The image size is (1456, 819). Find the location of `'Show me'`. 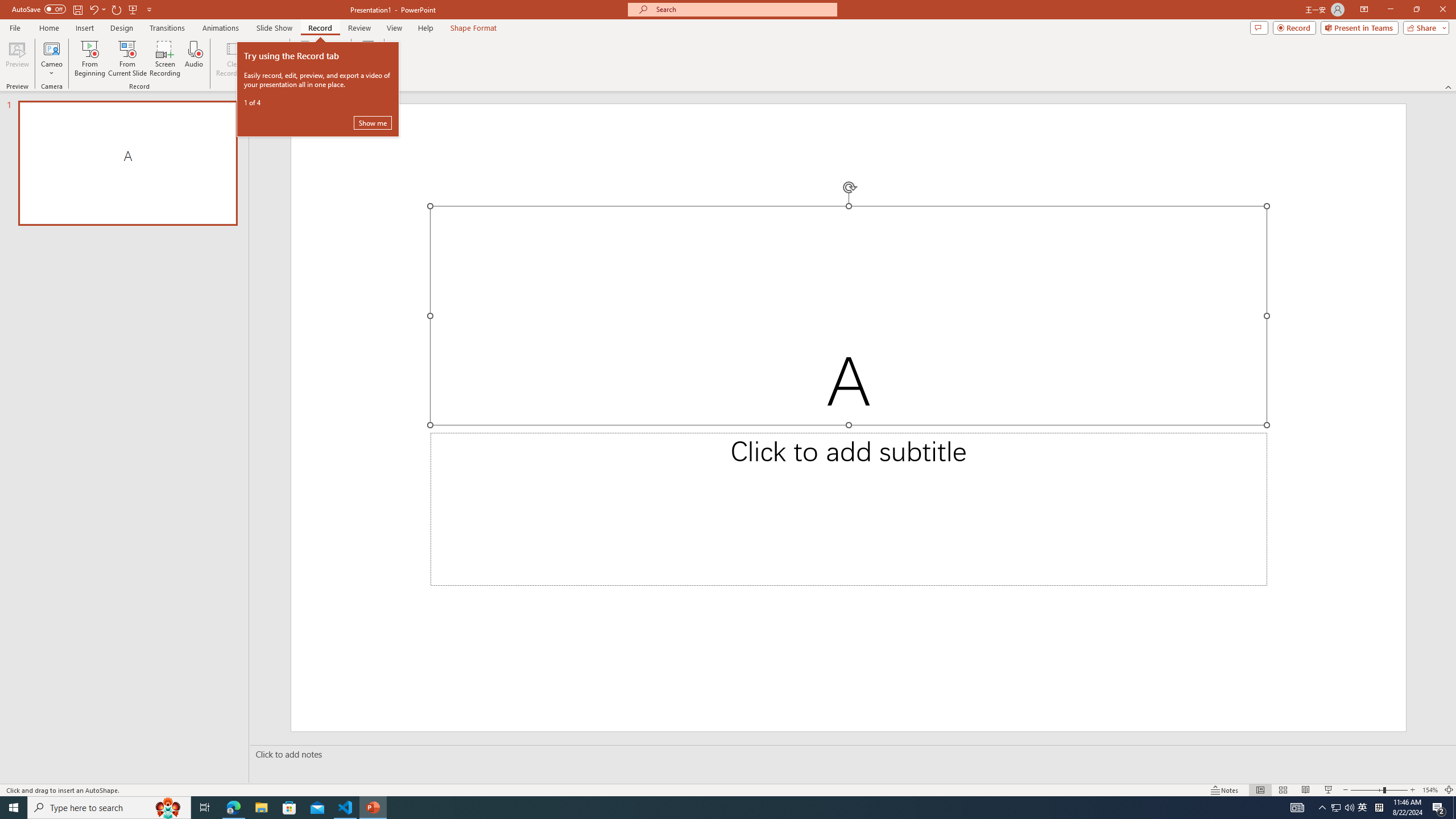

'Show me' is located at coordinates (373, 122).